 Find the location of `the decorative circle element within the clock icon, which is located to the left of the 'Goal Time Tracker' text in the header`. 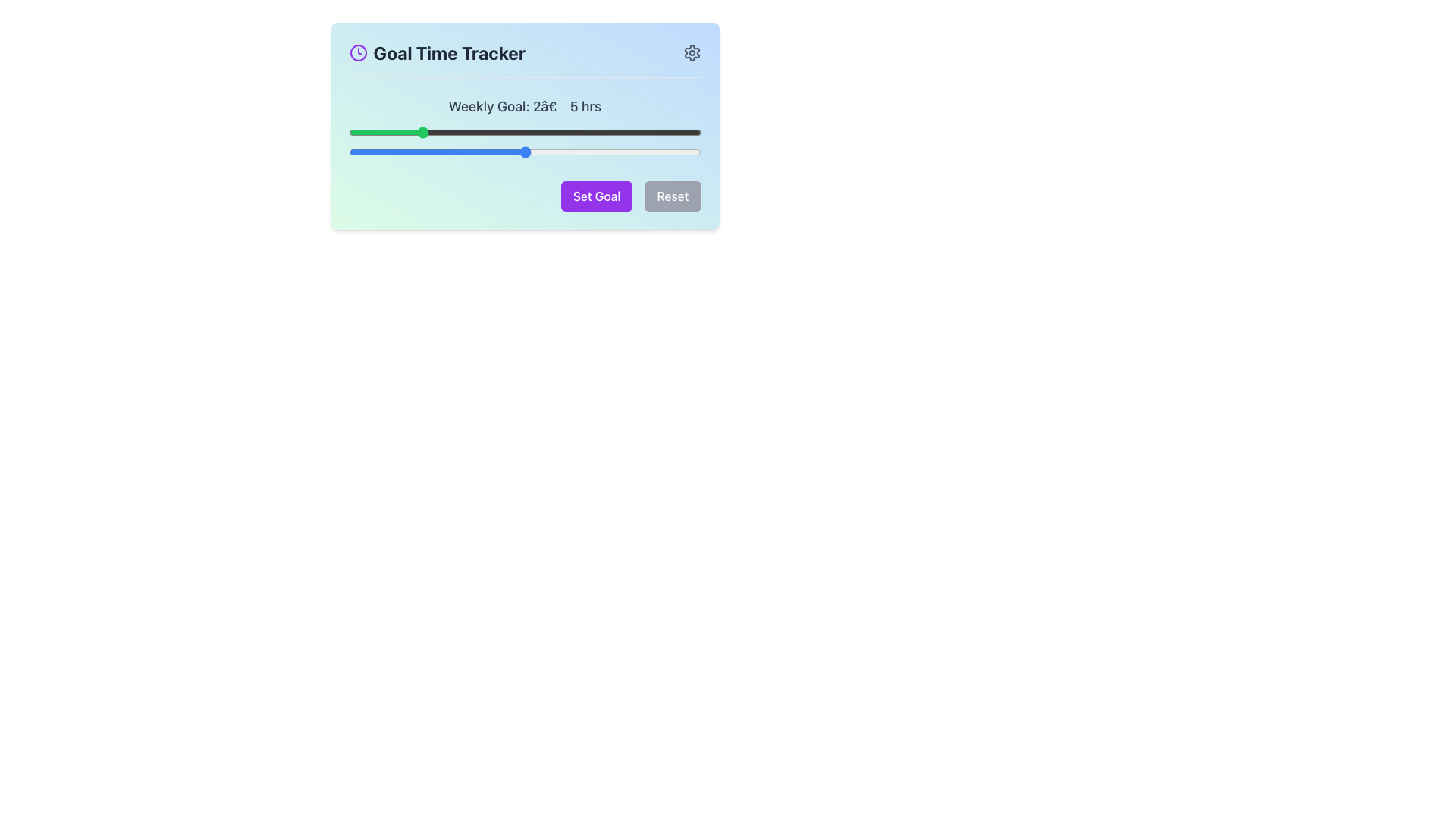

the decorative circle element within the clock icon, which is located to the left of the 'Goal Time Tracker' text in the header is located at coordinates (357, 52).